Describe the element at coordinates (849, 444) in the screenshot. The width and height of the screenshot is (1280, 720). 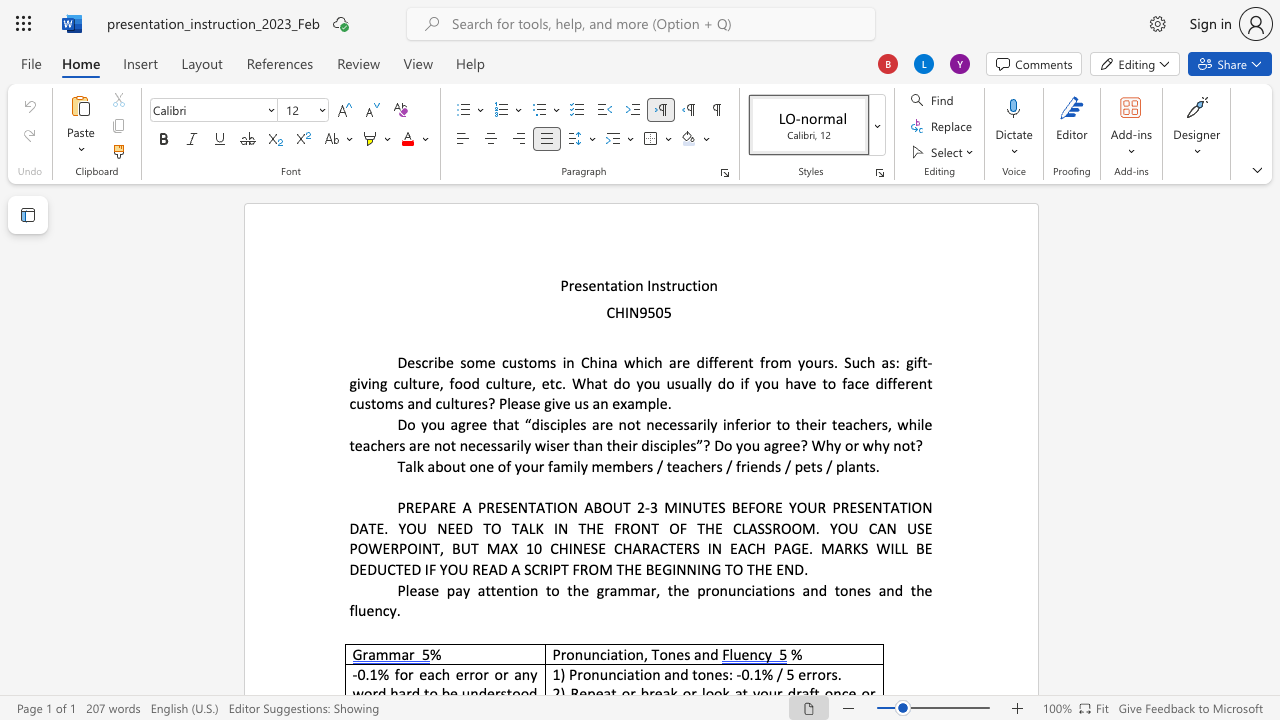
I see `the 9th character "o" in the text` at that location.